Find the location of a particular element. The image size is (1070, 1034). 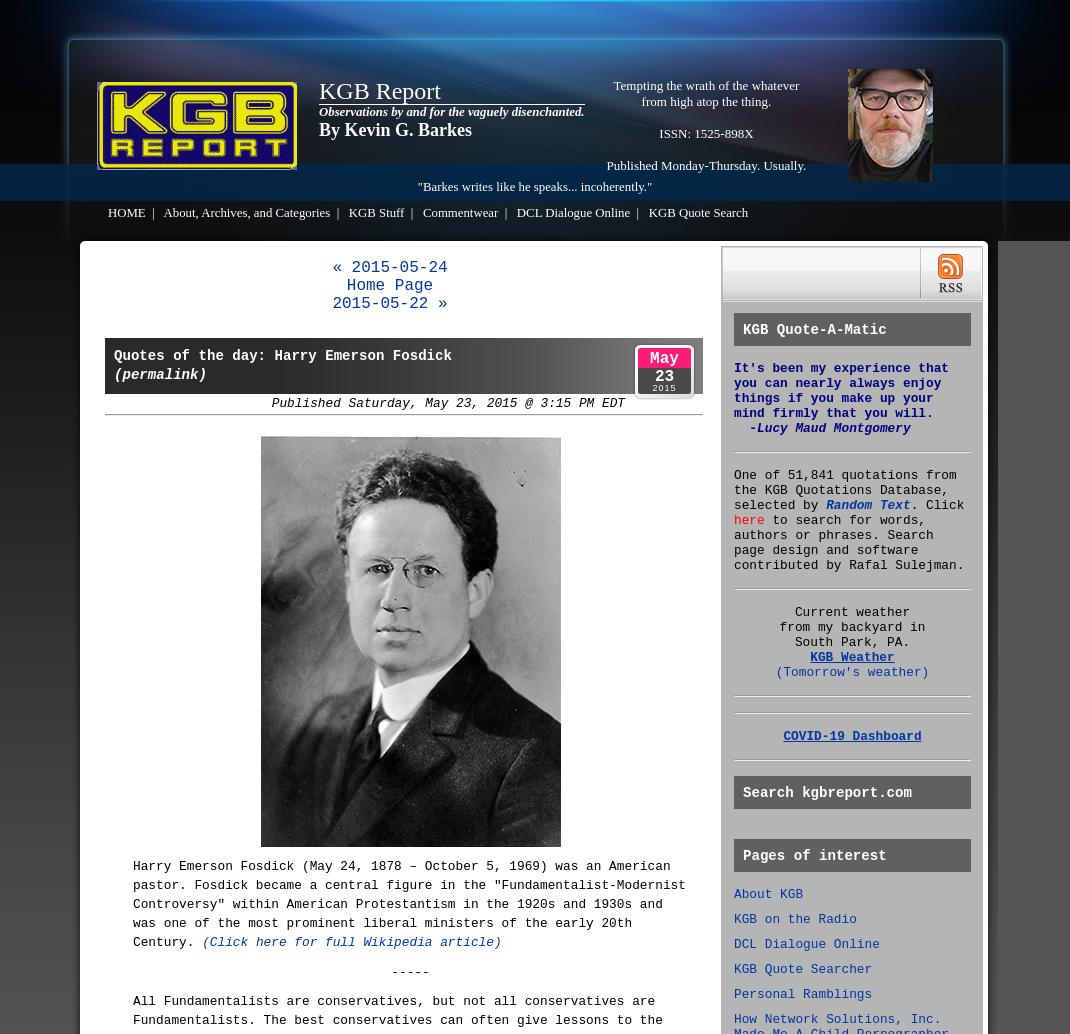

'(permalink)' is located at coordinates (159, 374).